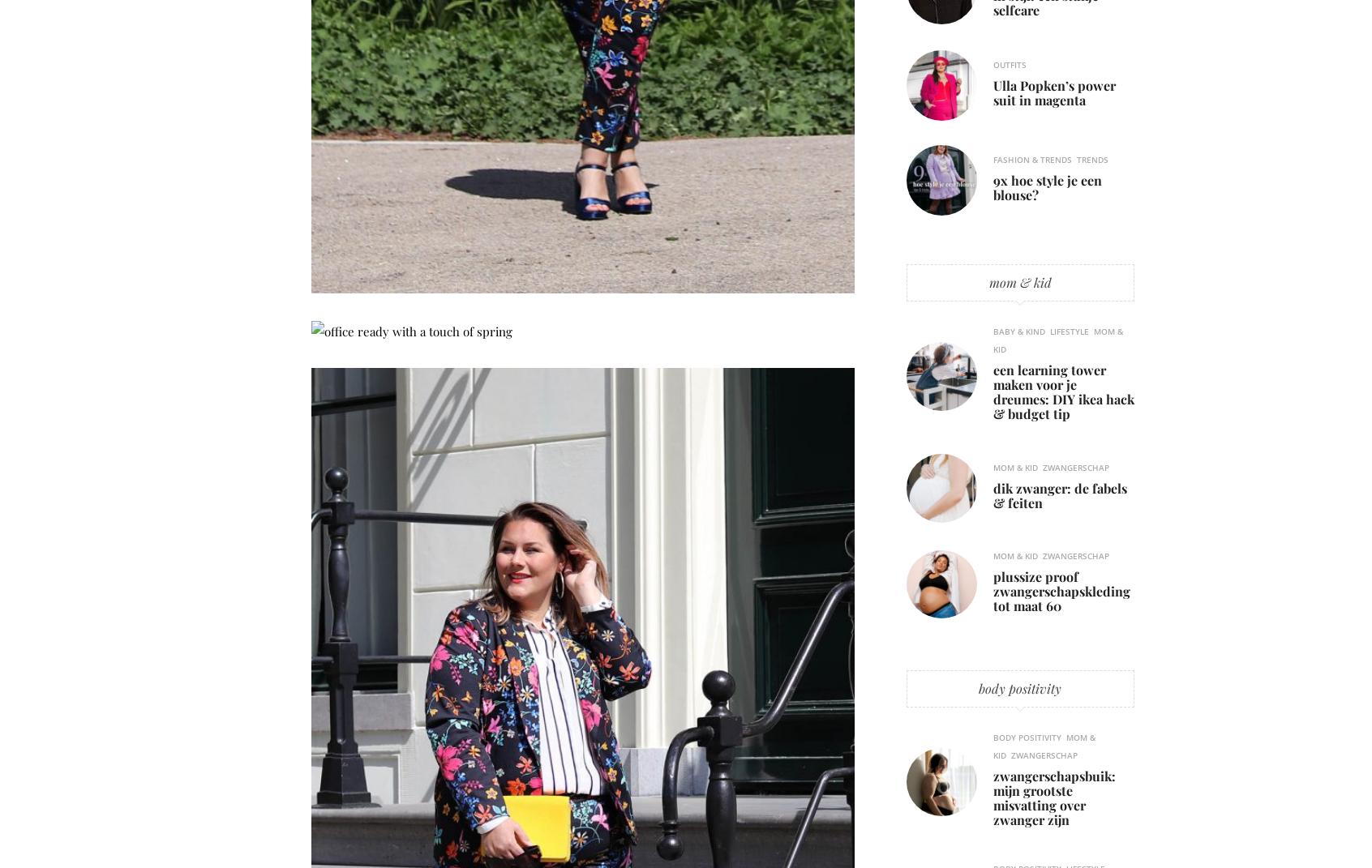 The height and width of the screenshot is (868, 1372). Describe the element at coordinates (1018, 331) in the screenshot. I see `'BABY & KIND'` at that location.